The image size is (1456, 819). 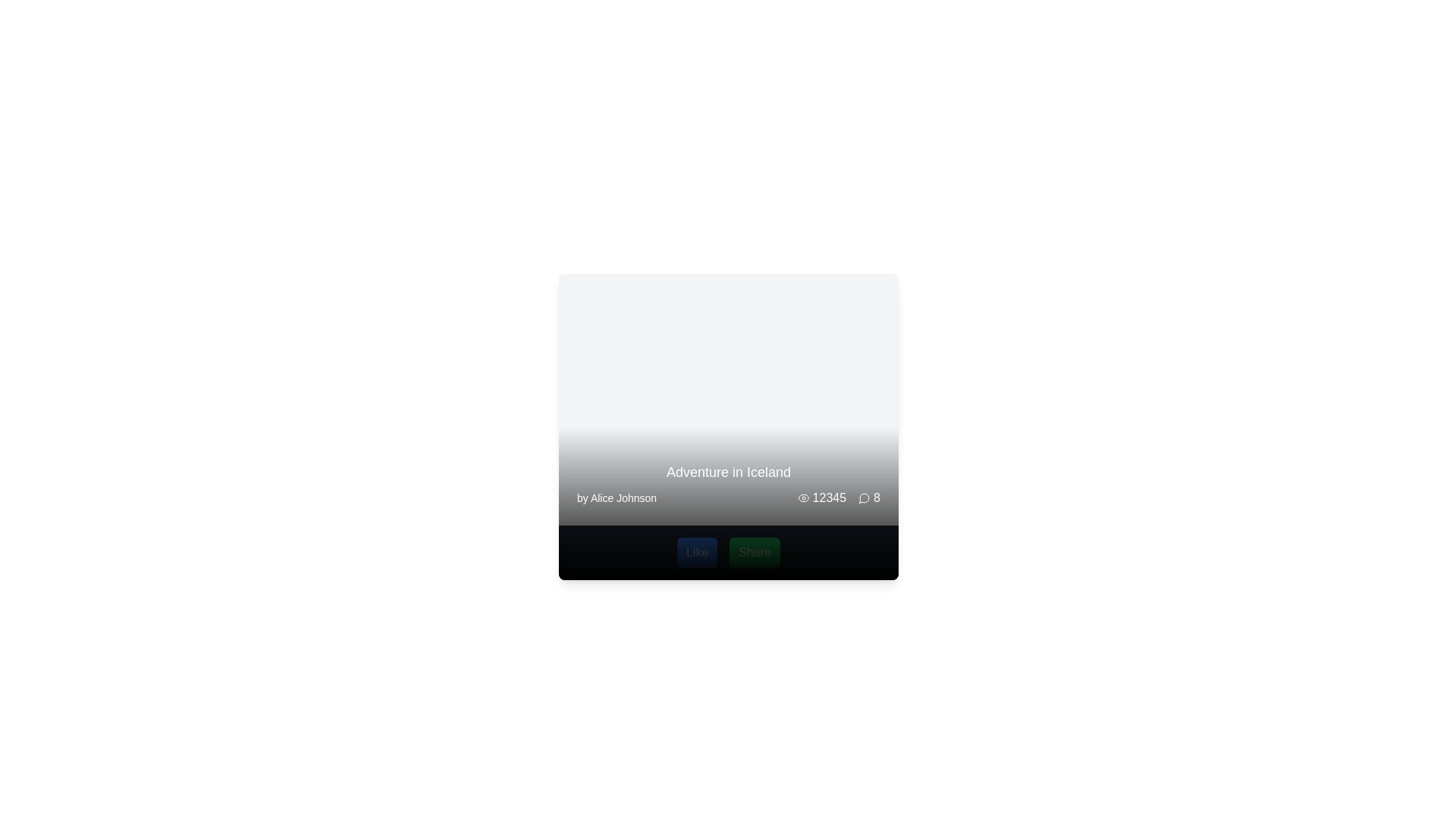 I want to click on the outer eye shape of the SVG graphic, which is styled with a neutral tone and is part of an eye icon component, so click(x=802, y=497).